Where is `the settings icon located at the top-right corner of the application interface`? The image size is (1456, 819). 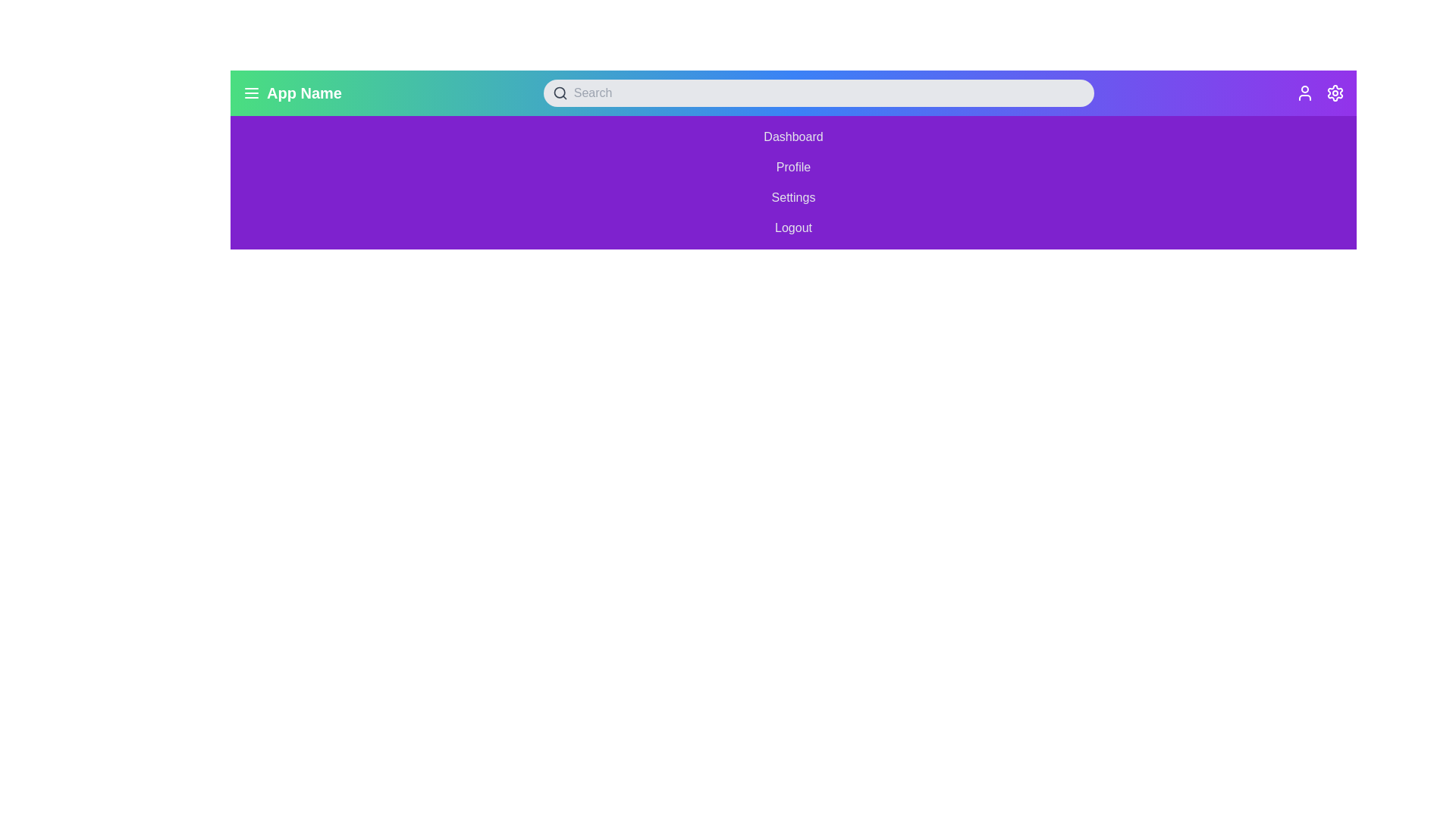
the settings icon located at the top-right corner of the application interface is located at coordinates (1335, 93).